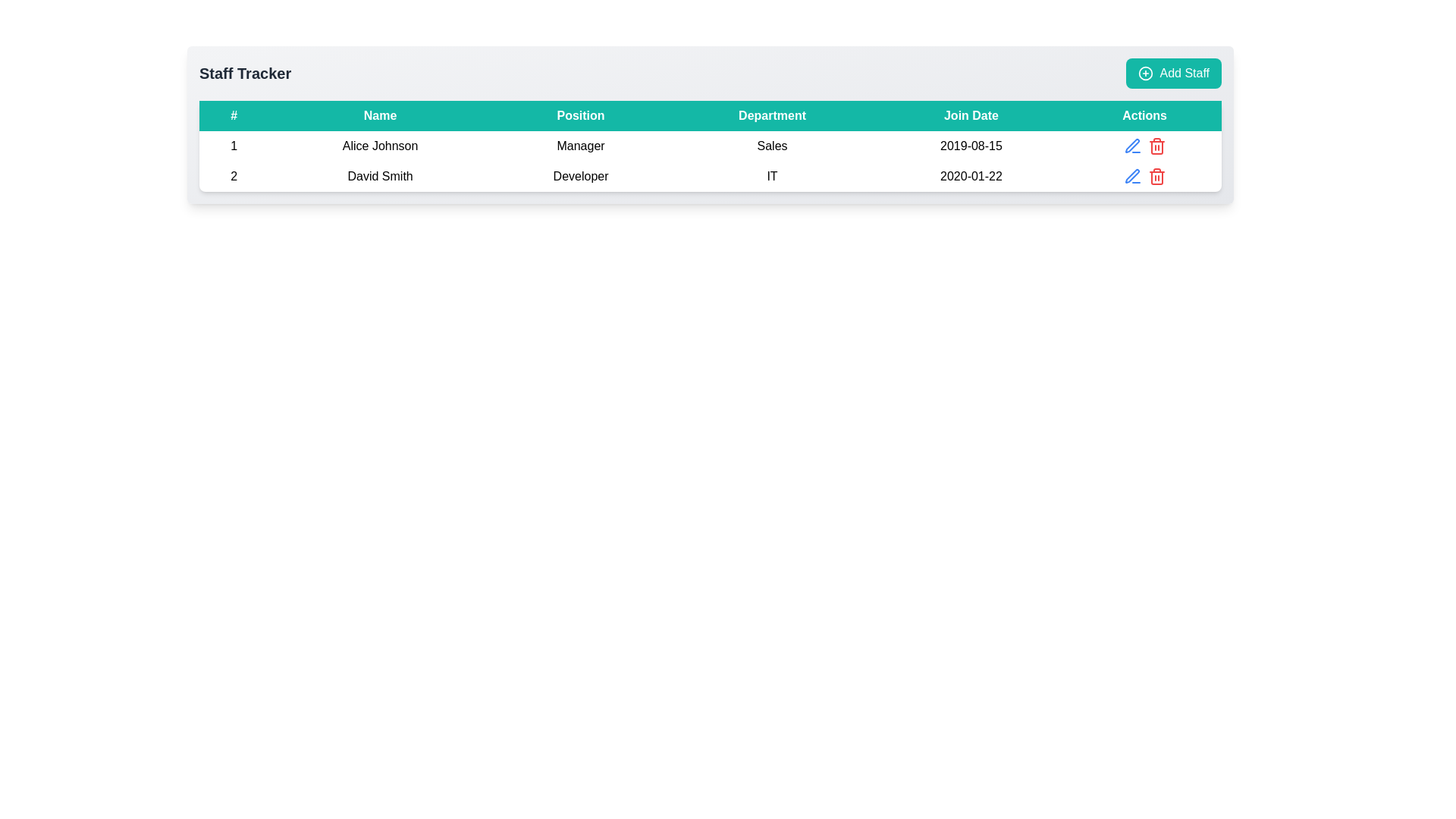 The width and height of the screenshot is (1456, 819). What do you see at coordinates (1146, 73) in the screenshot?
I see `the circular 'Add Staff' button icon located at the top-right corner of the interface` at bounding box center [1146, 73].